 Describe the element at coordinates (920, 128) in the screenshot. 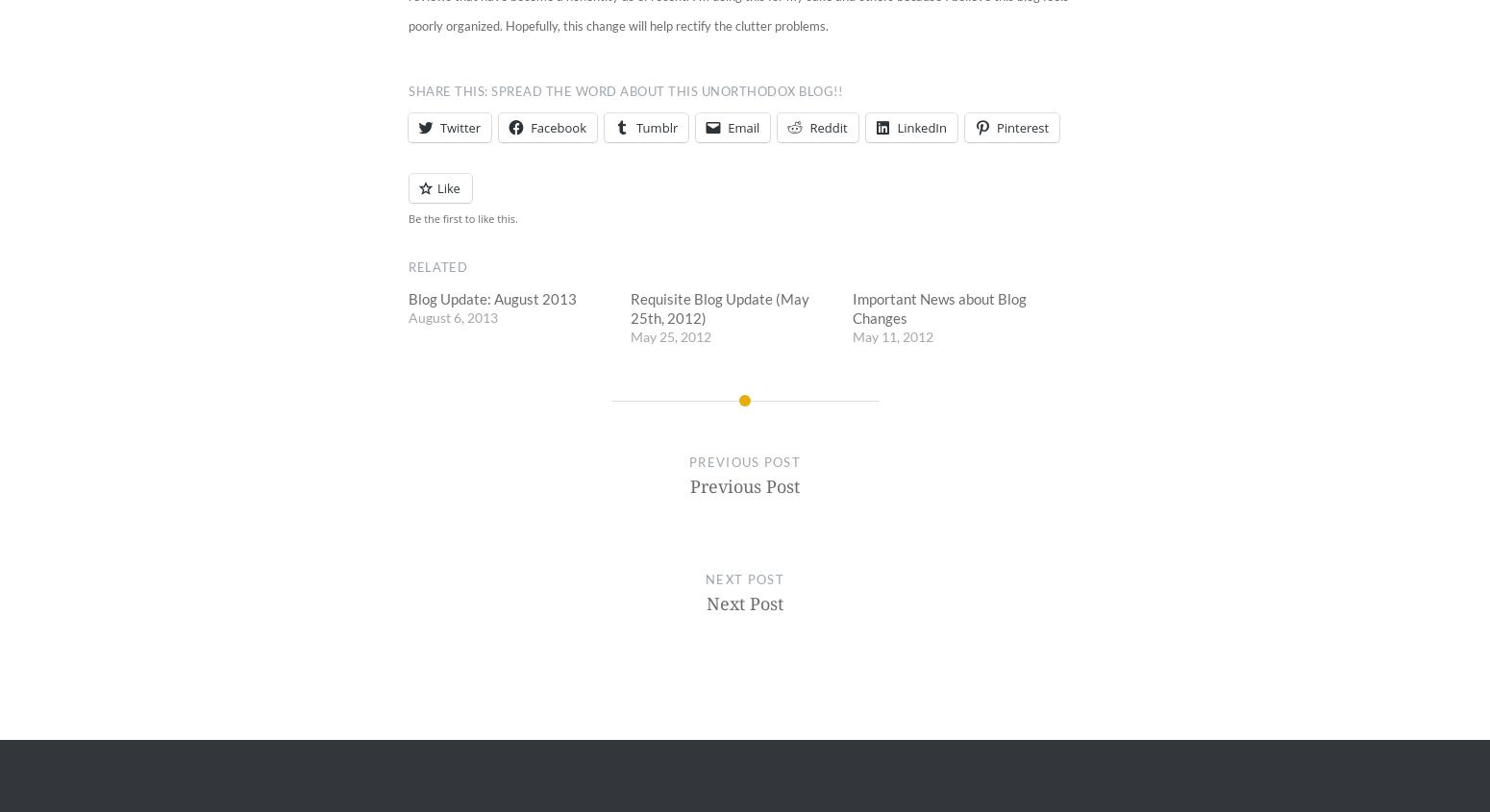

I see `'LinkedIn'` at that location.